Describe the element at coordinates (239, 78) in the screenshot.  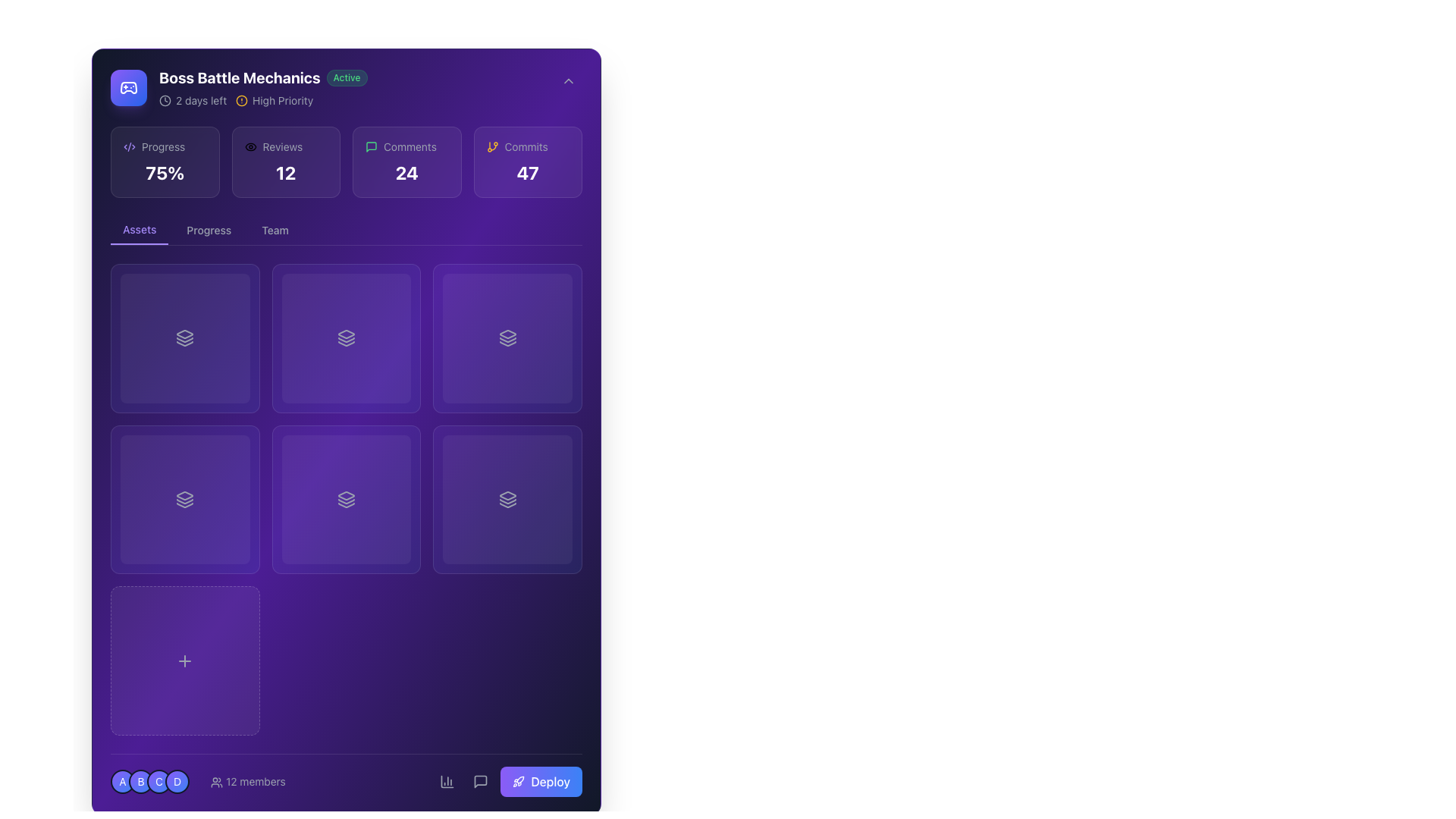
I see `the non-interactive heading element indicating 'Boss Battle Mechanics', located at the top-left section of the interface, positioned between a gaming controller icon and a green 'Active' badge` at that location.